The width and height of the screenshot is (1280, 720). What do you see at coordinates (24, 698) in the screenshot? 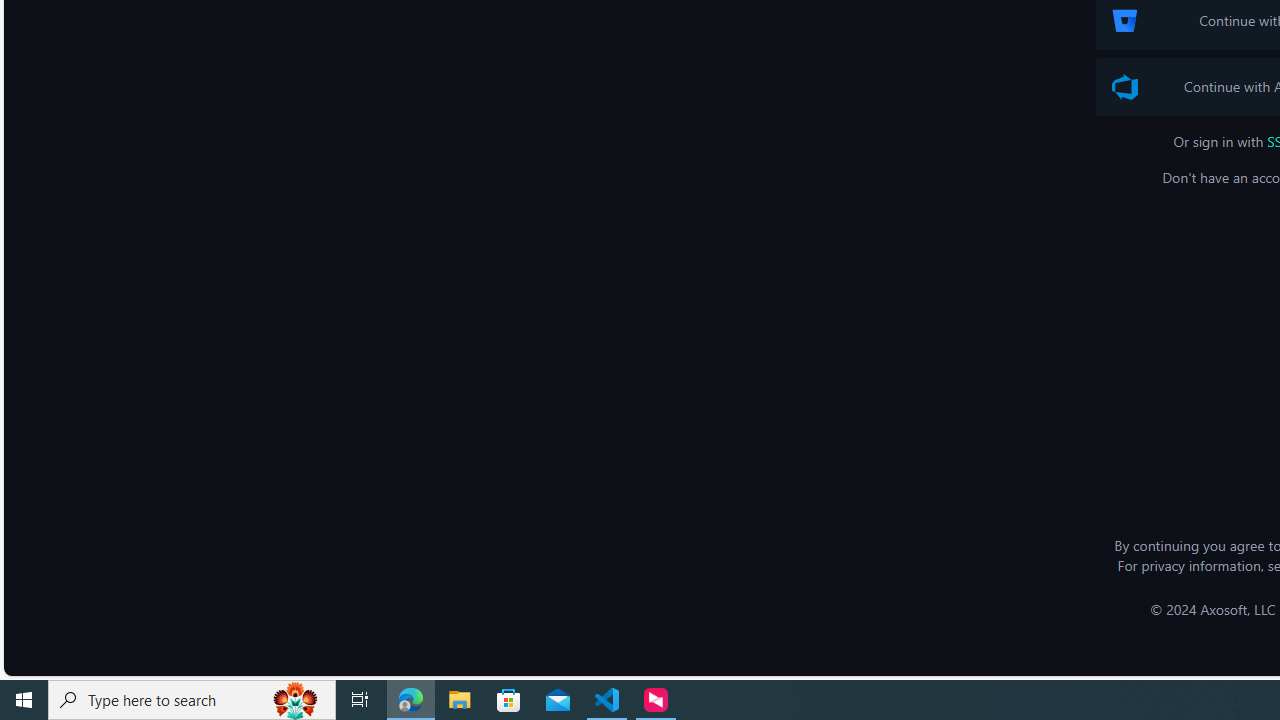
I see `'Start'` at bounding box center [24, 698].